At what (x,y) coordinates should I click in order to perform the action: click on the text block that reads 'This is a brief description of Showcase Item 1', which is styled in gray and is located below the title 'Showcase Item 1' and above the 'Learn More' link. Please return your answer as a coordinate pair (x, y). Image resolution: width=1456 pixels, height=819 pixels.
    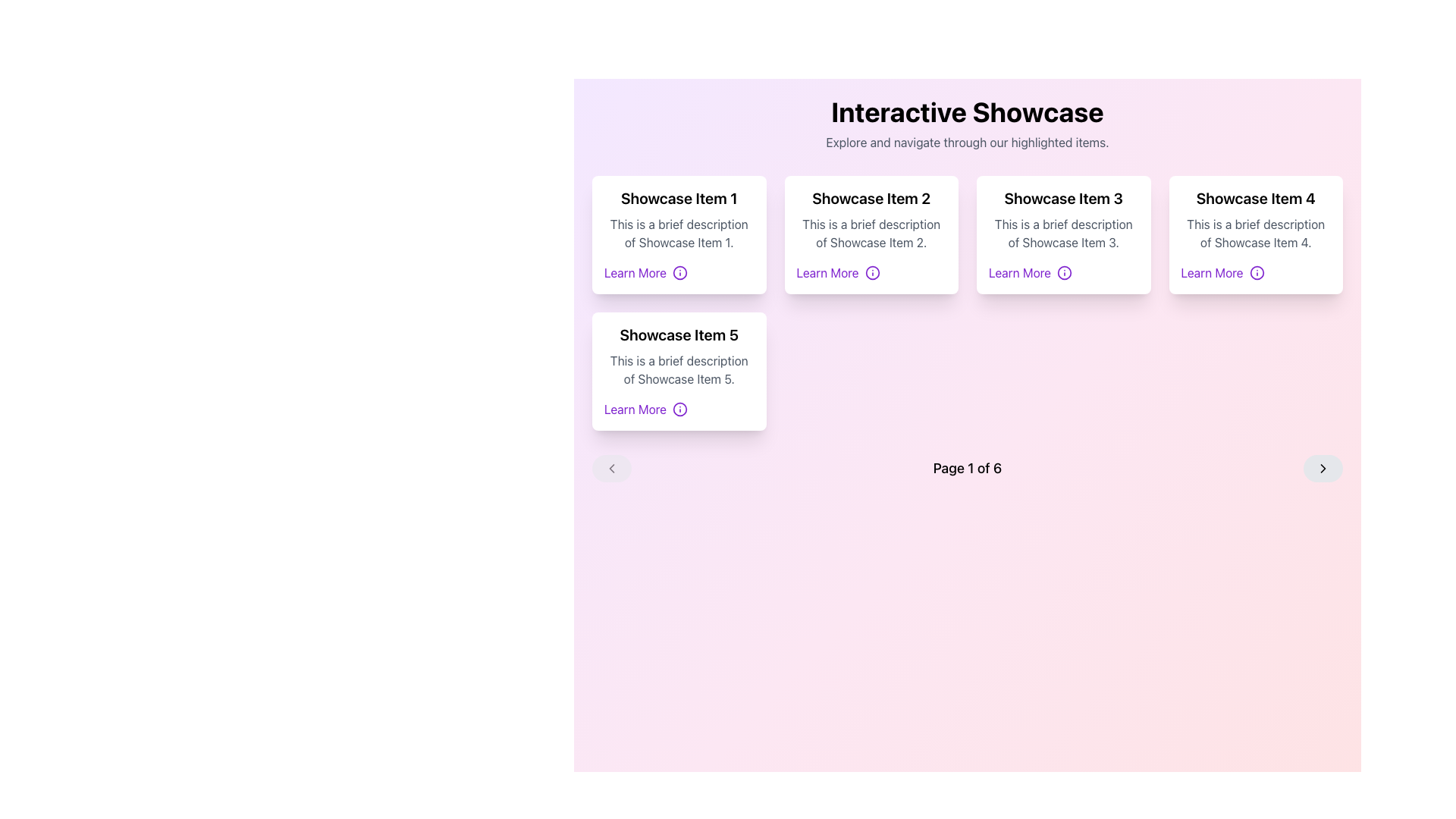
    Looking at the image, I should click on (678, 234).